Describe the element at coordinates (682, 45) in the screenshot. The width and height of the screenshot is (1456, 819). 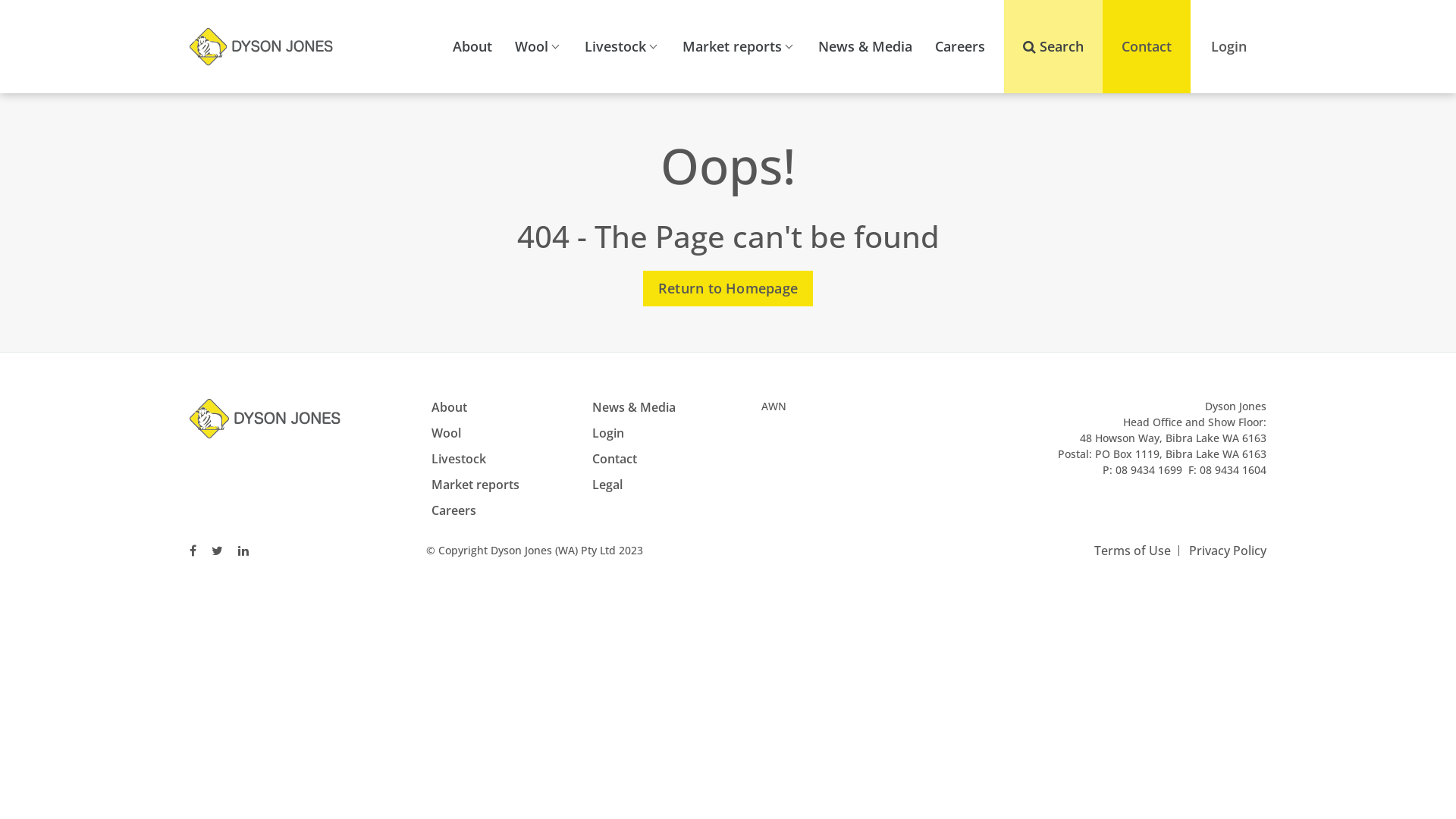
I see `'Market reports'` at that location.